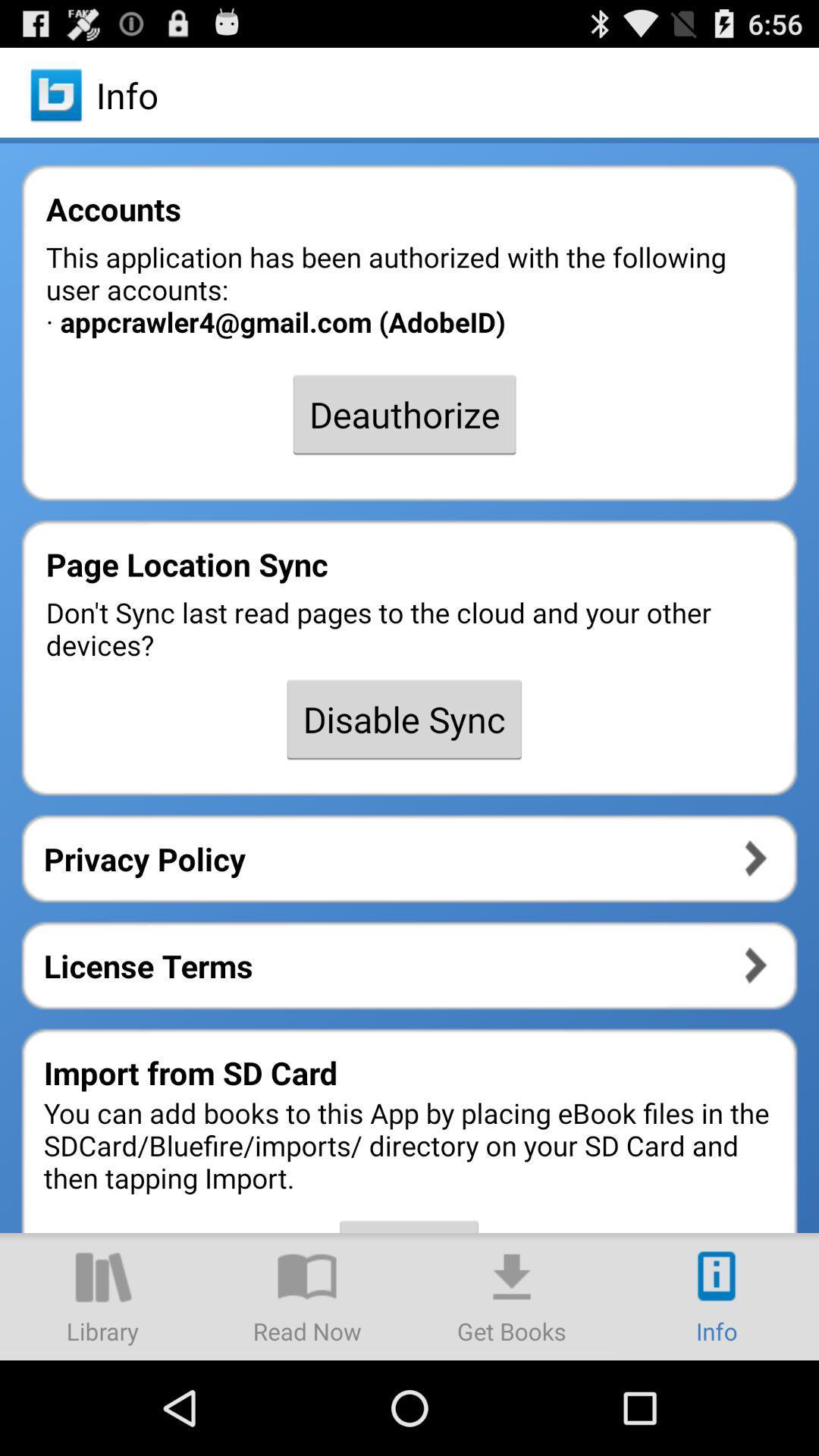 This screenshot has height=1456, width=819. Describe the element at coordinates (717, 1295) in the screenshot. I see `item at the bottom right corner` at that location.